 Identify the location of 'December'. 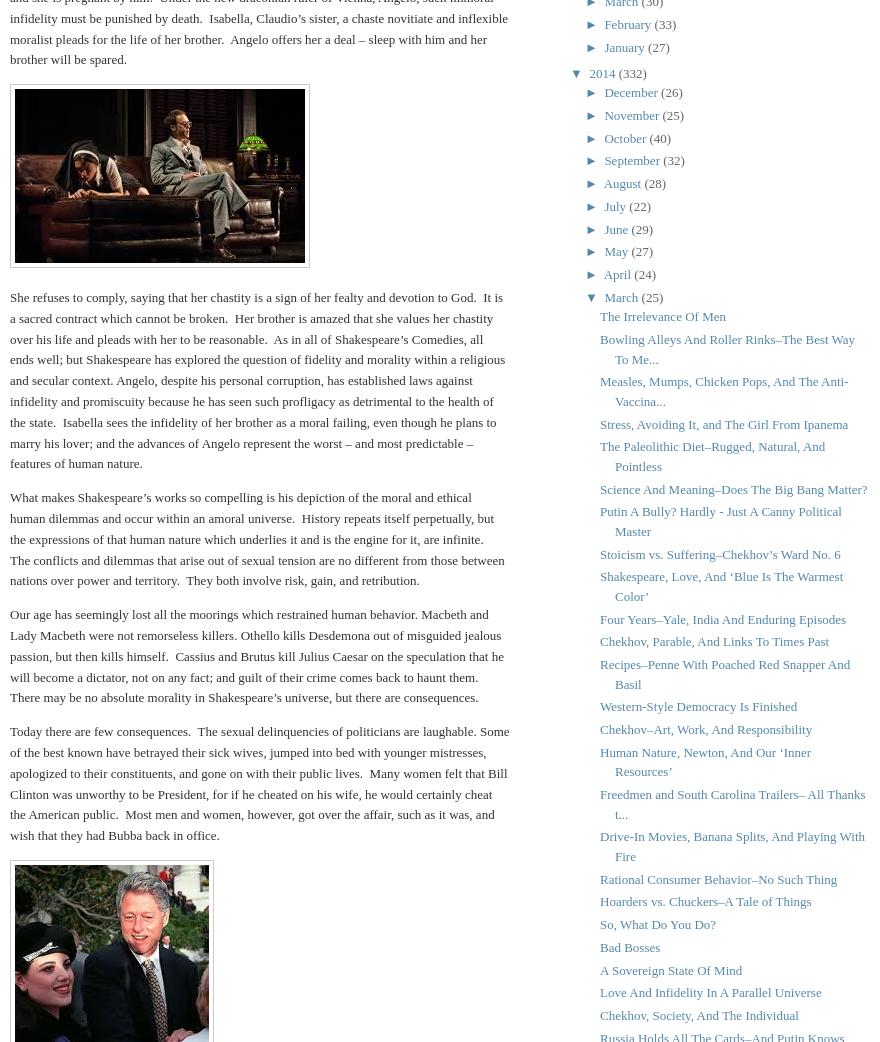
(632, 92).